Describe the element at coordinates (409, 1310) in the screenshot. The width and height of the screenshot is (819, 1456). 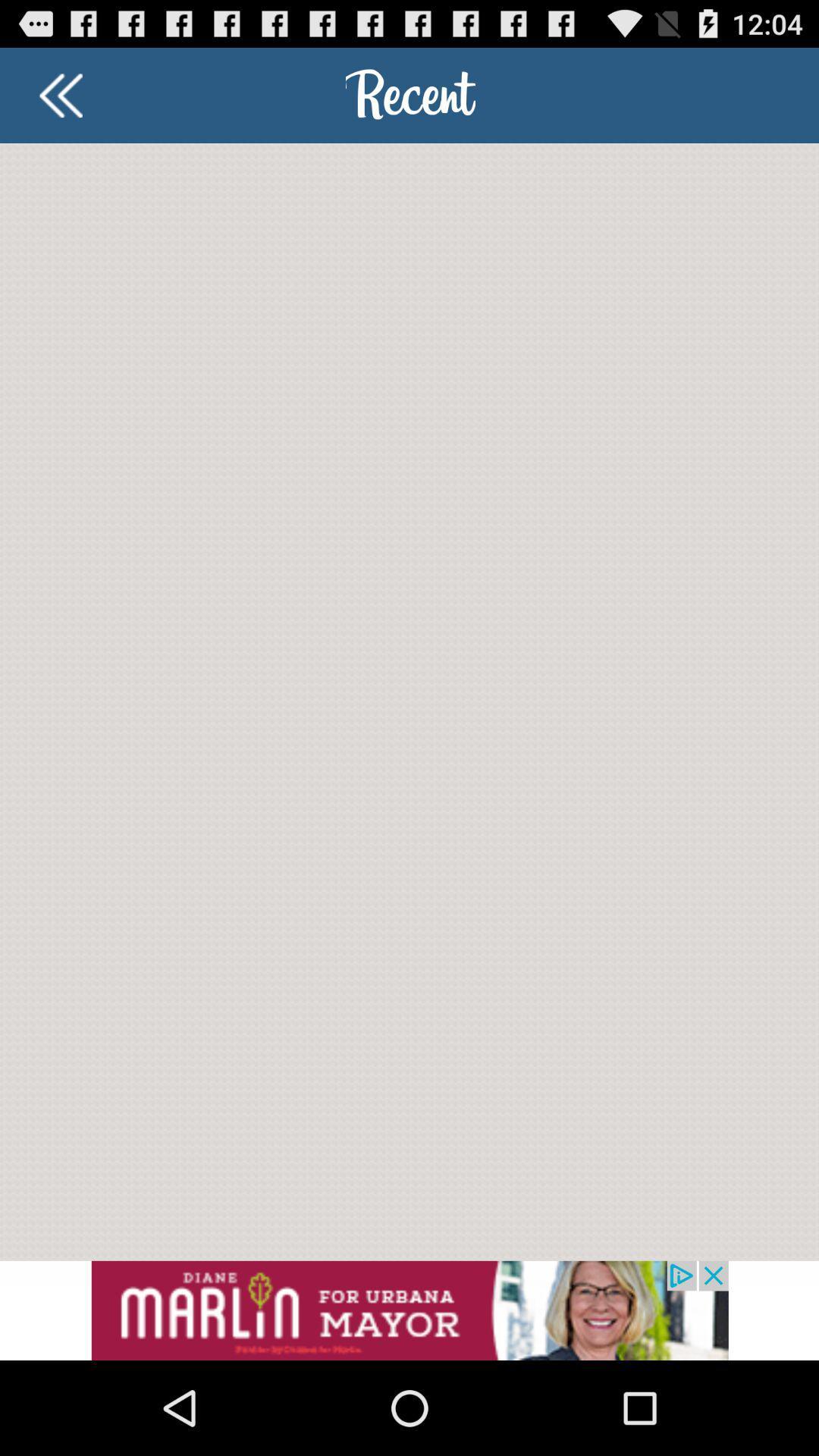
I see `open advertisement` at that location.